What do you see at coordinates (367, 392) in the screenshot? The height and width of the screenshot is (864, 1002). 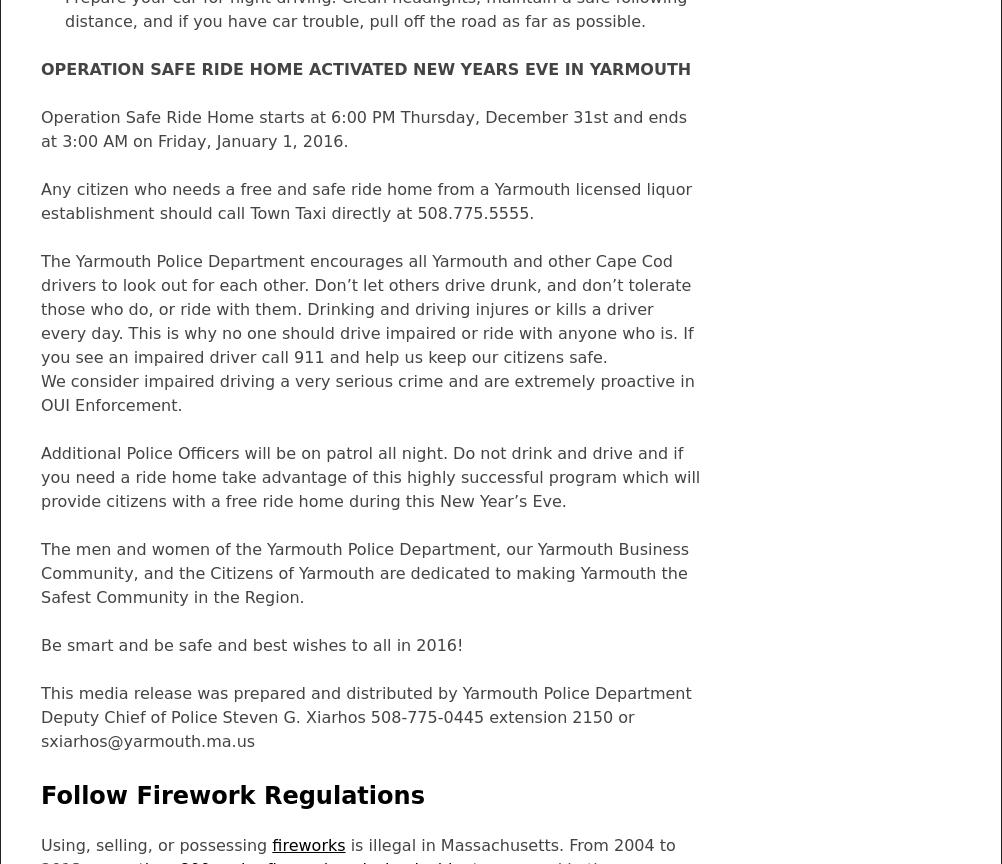 I see `'very serious crime and are extremely proactive in OUI Enforcement.'` at bounding box center [367, 392].